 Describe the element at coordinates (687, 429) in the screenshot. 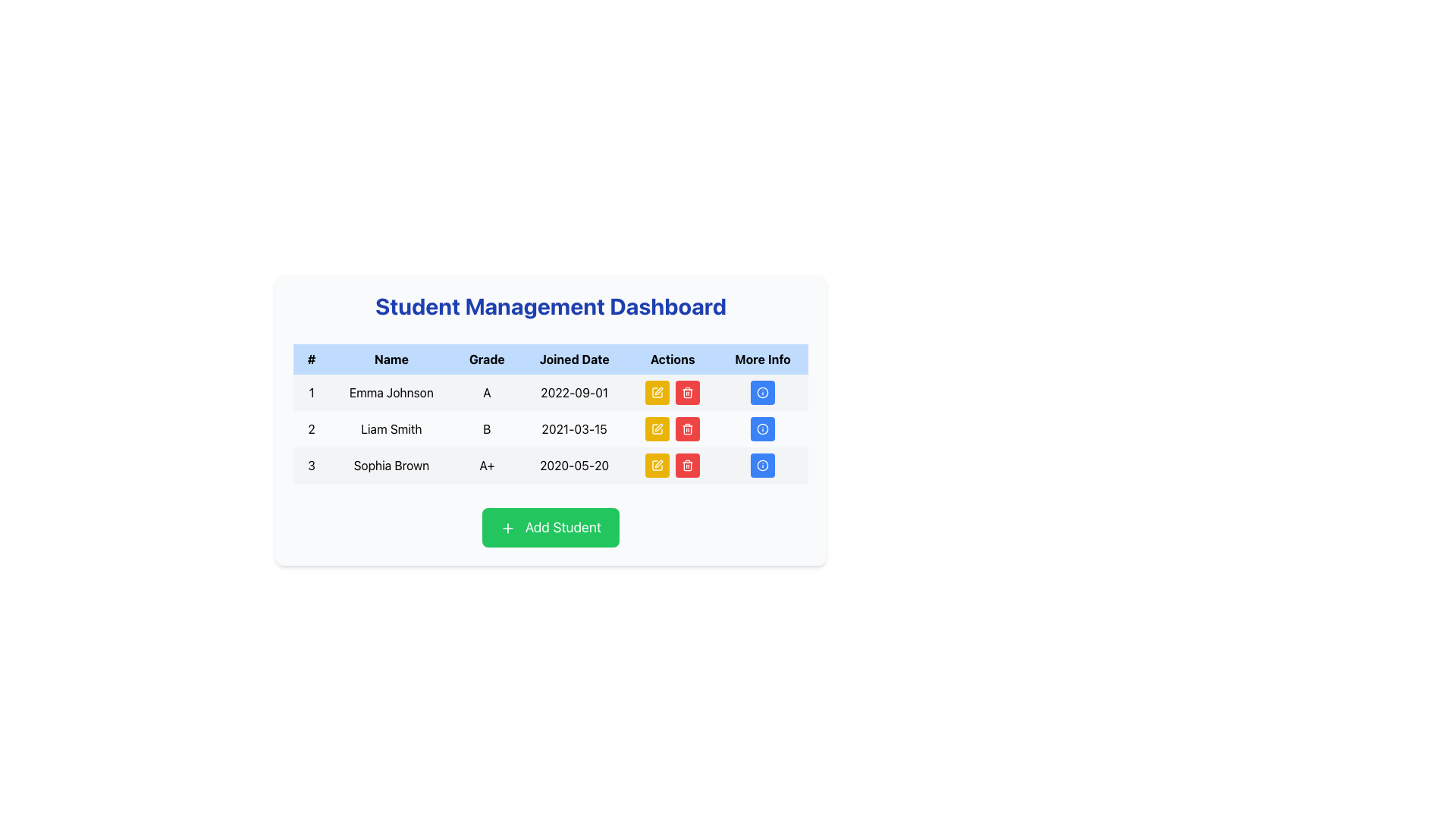

I see `the red button with a white trash can icon located in the 'Actions' column of the second row in the table` at that location.